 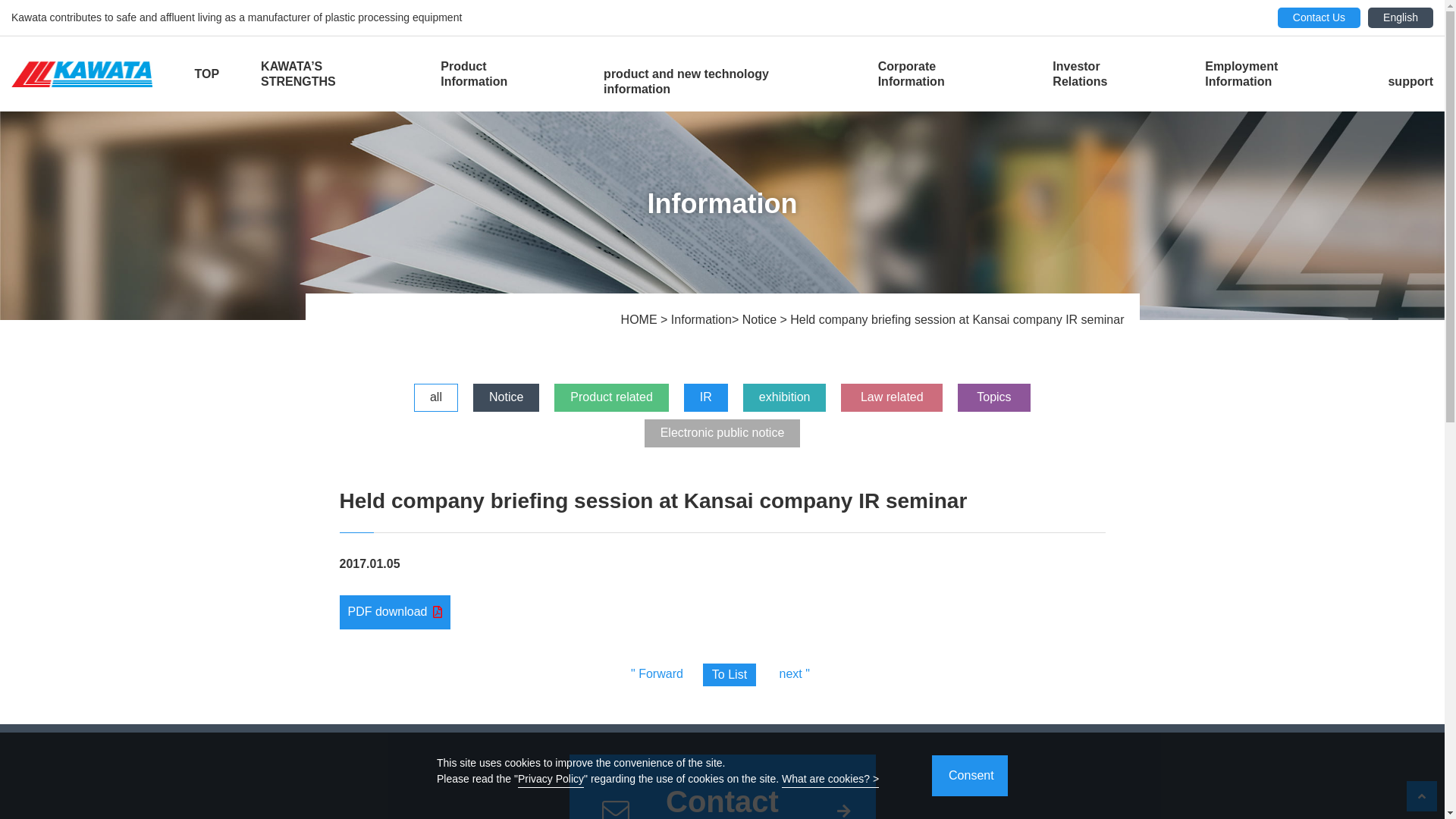 I want to click on 'next "', so click(x=793, y=673).